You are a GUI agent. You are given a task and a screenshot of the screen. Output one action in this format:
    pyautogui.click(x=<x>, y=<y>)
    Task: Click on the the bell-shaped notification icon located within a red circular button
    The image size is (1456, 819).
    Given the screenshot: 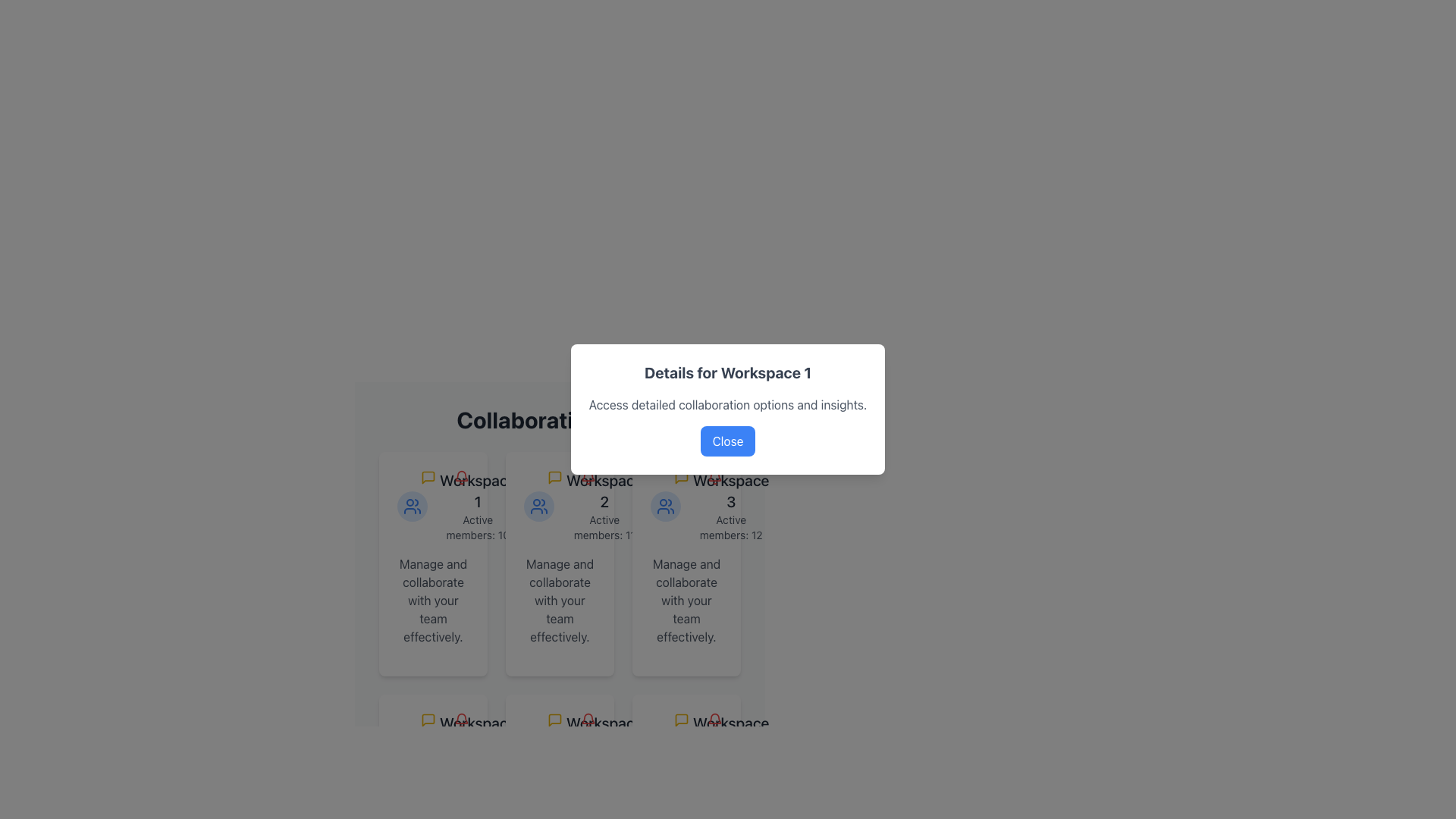 What is the action you would take?
    pyautogui.click(x=588, y=476)
    